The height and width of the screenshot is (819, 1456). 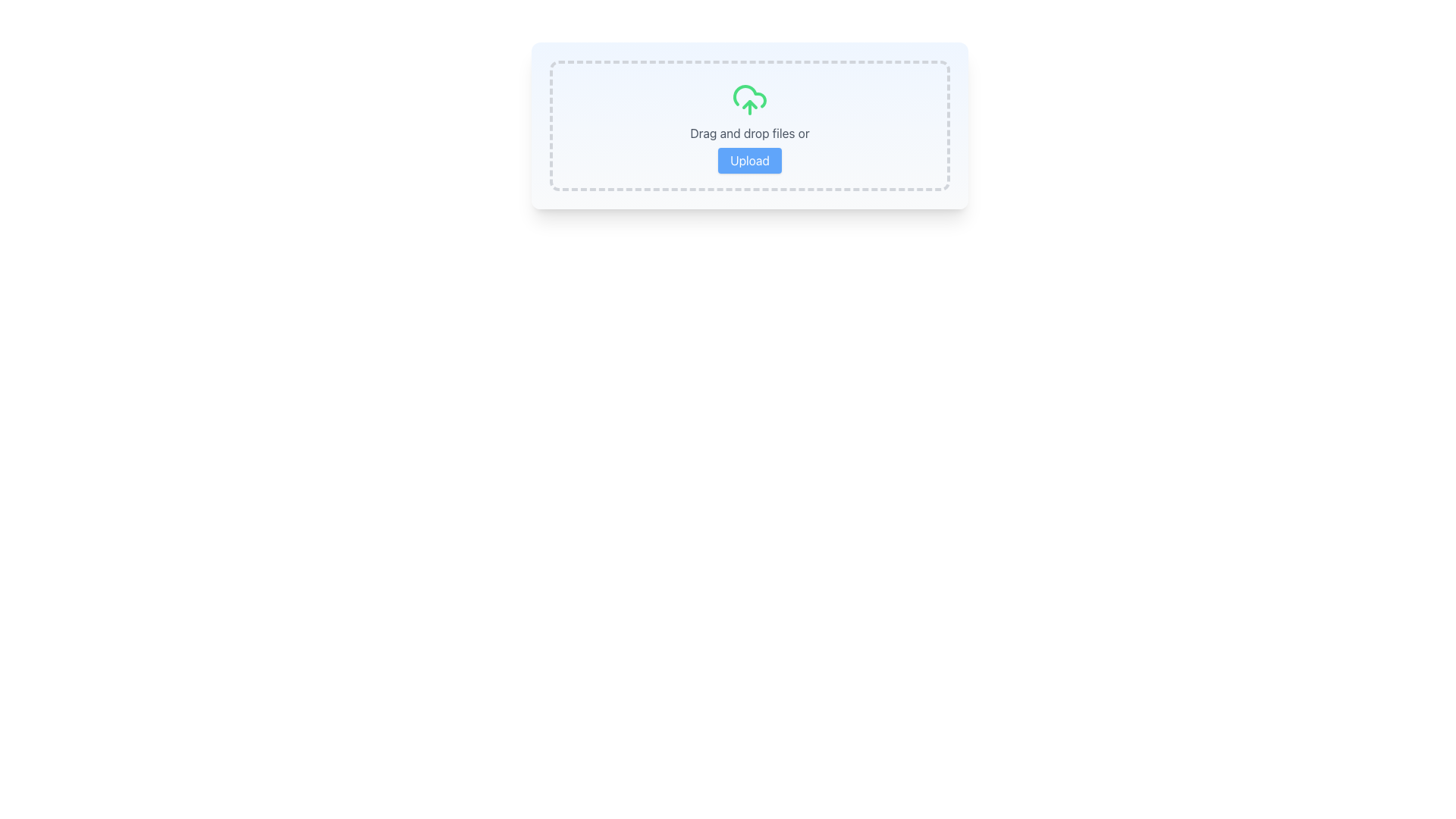 I want to click on the decorative cloud upload icon that visually indicates the file upload capability of the interface, located centrally within the box containing the text 'Drag and drop files or' and the blue 'Upload' button beneath, so click(x=749, y=104).